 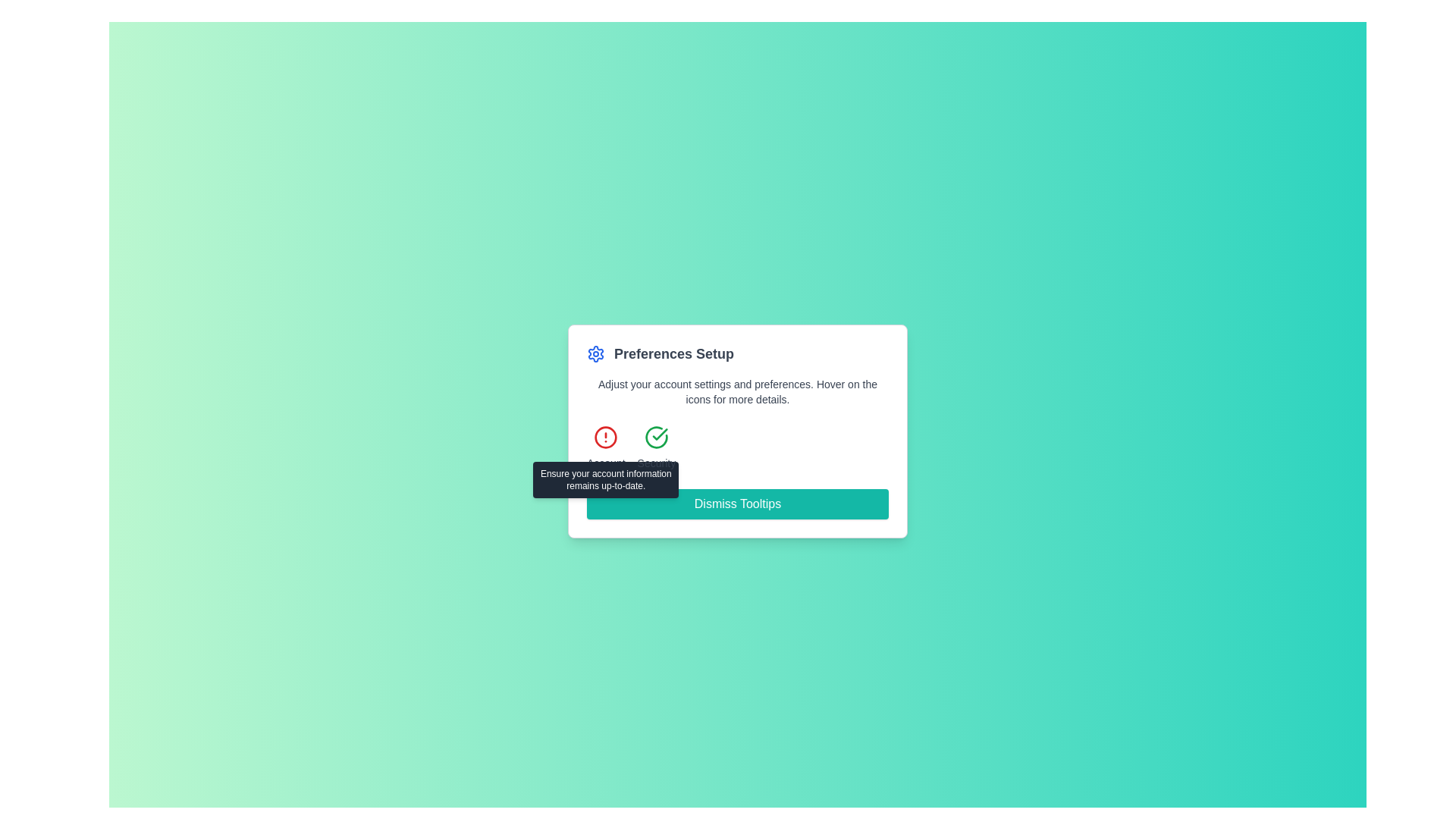 What do you see at coordinates (673, 353) in the screenshot?
I see `the Text (Heading) that summarizes the purpose of setting user preferences, positioned to the right of the settings gear icon in the modal dialog box` at bounding box center [673, 353].